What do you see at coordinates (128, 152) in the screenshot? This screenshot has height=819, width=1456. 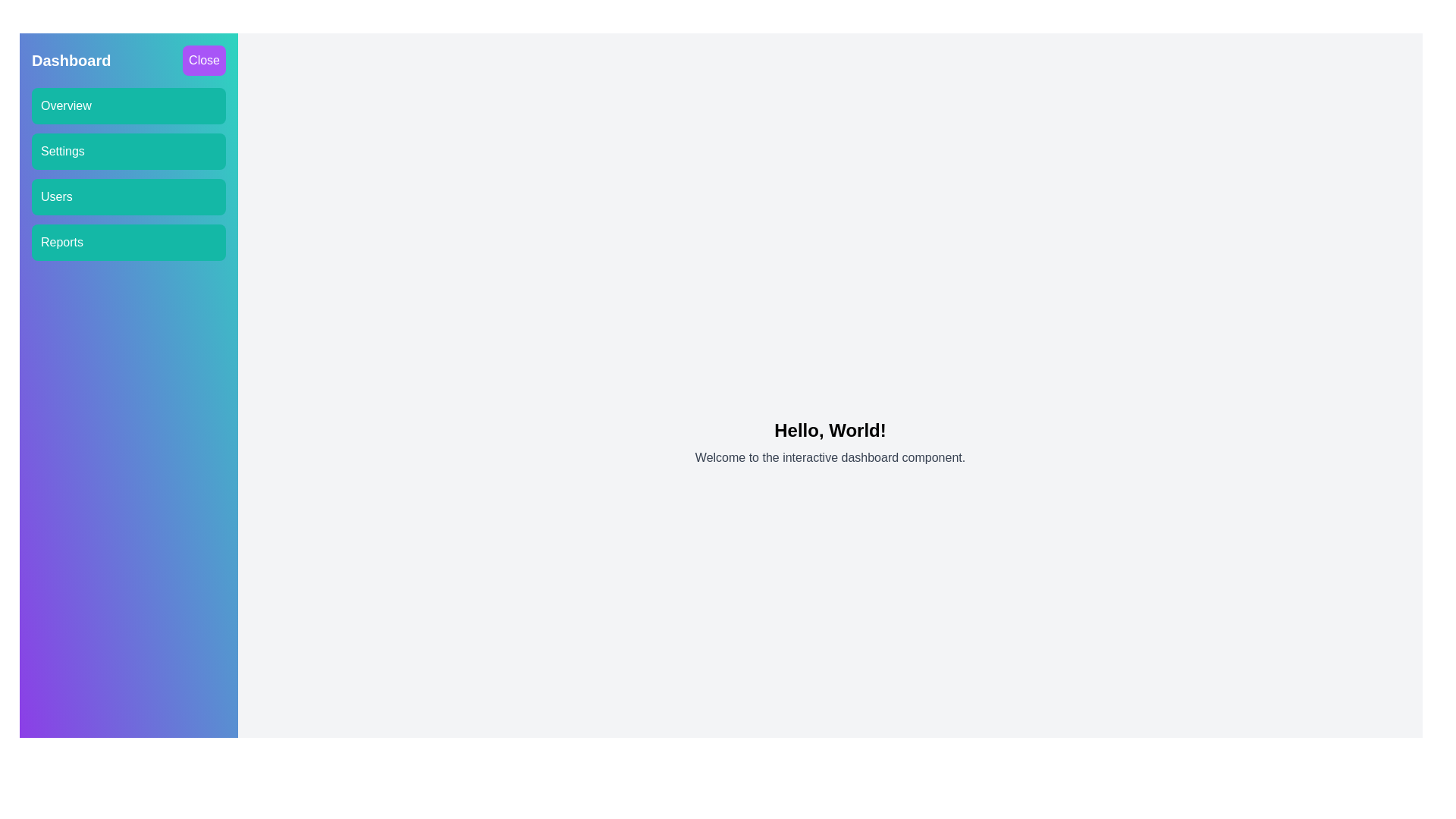 I see `the menu button labeled Settings to navigate to the corresponding section` at bounding box center [128, 152].